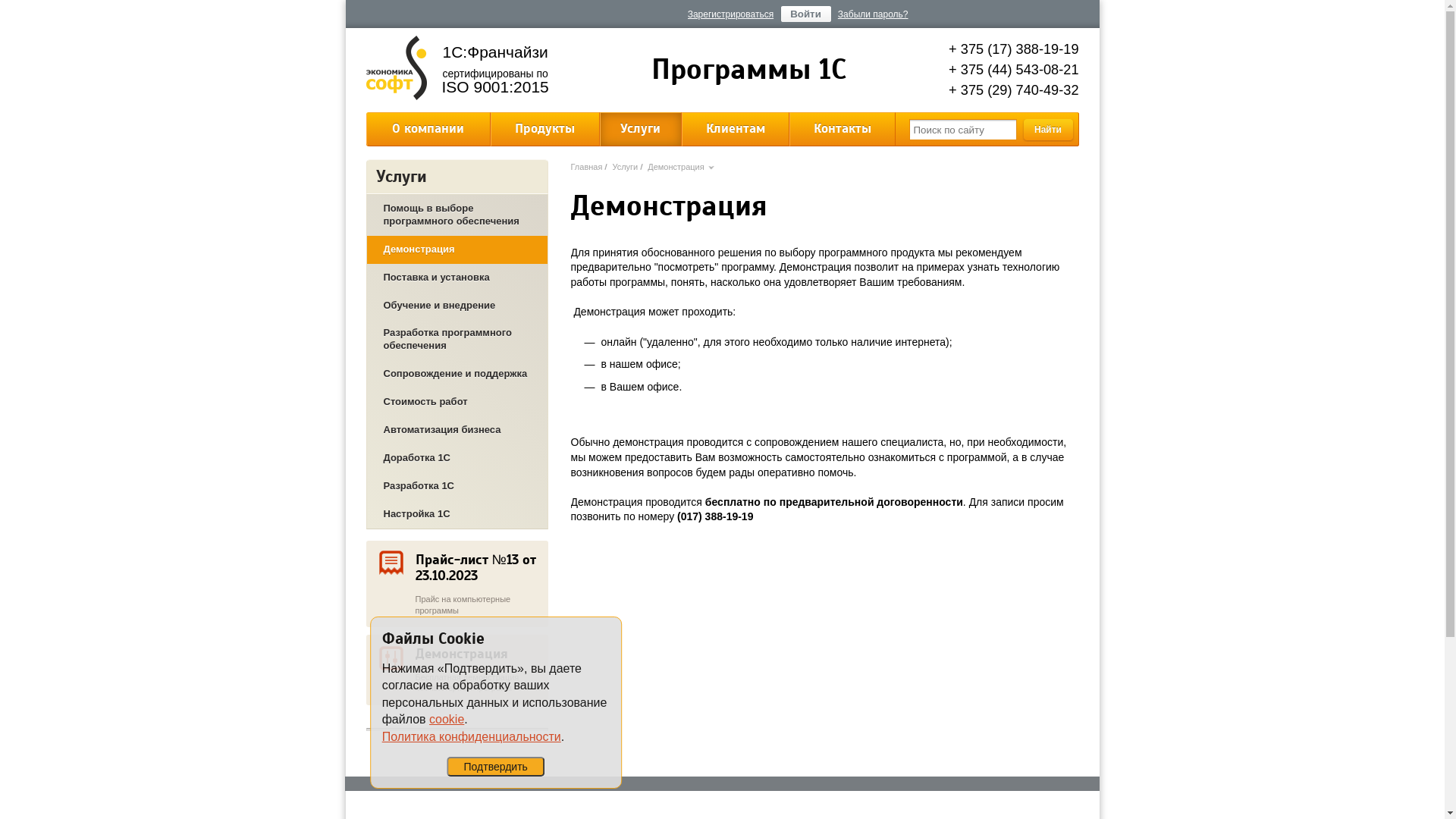 The height and width of the screenshot is (819, 1456). What do you see at coordinates (428, 718) in the screenshot?
I see `'cookie'` at bounding box center [428, 718].